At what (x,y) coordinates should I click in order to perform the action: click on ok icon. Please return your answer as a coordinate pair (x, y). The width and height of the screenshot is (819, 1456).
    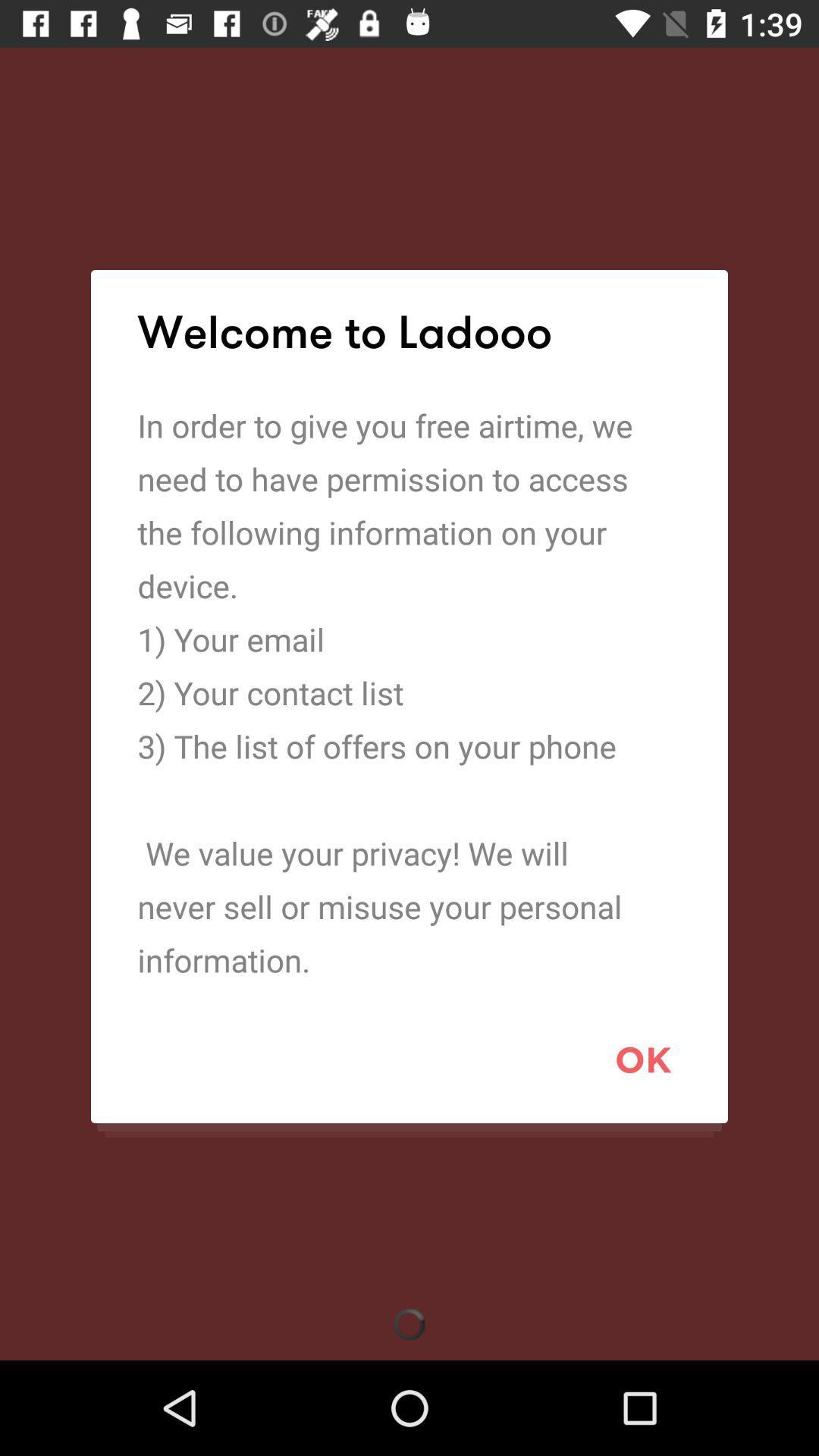
    Looking at the image, I should click on (643, 1059).